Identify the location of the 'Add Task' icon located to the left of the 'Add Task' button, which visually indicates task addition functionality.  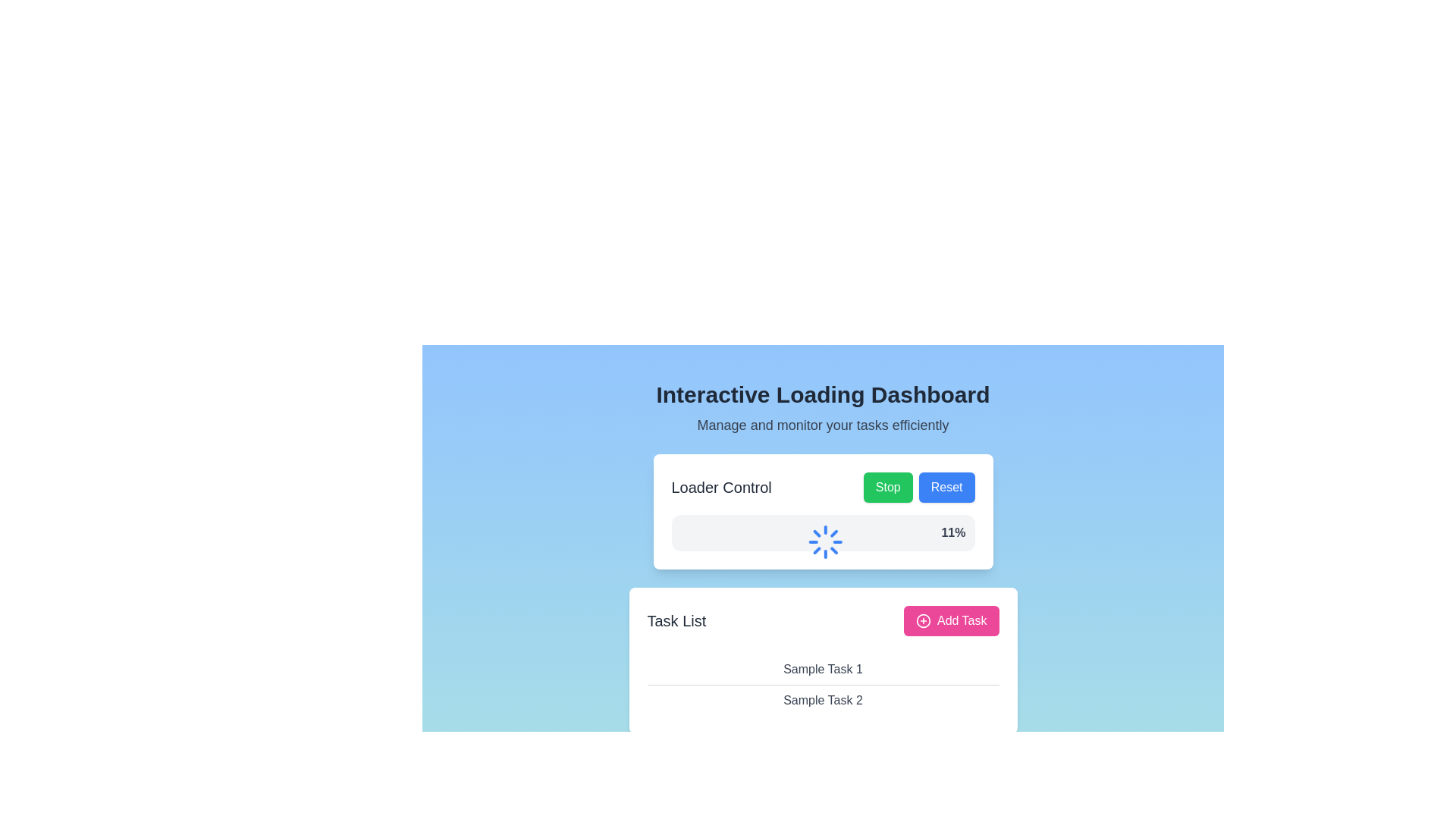
(923, 620).